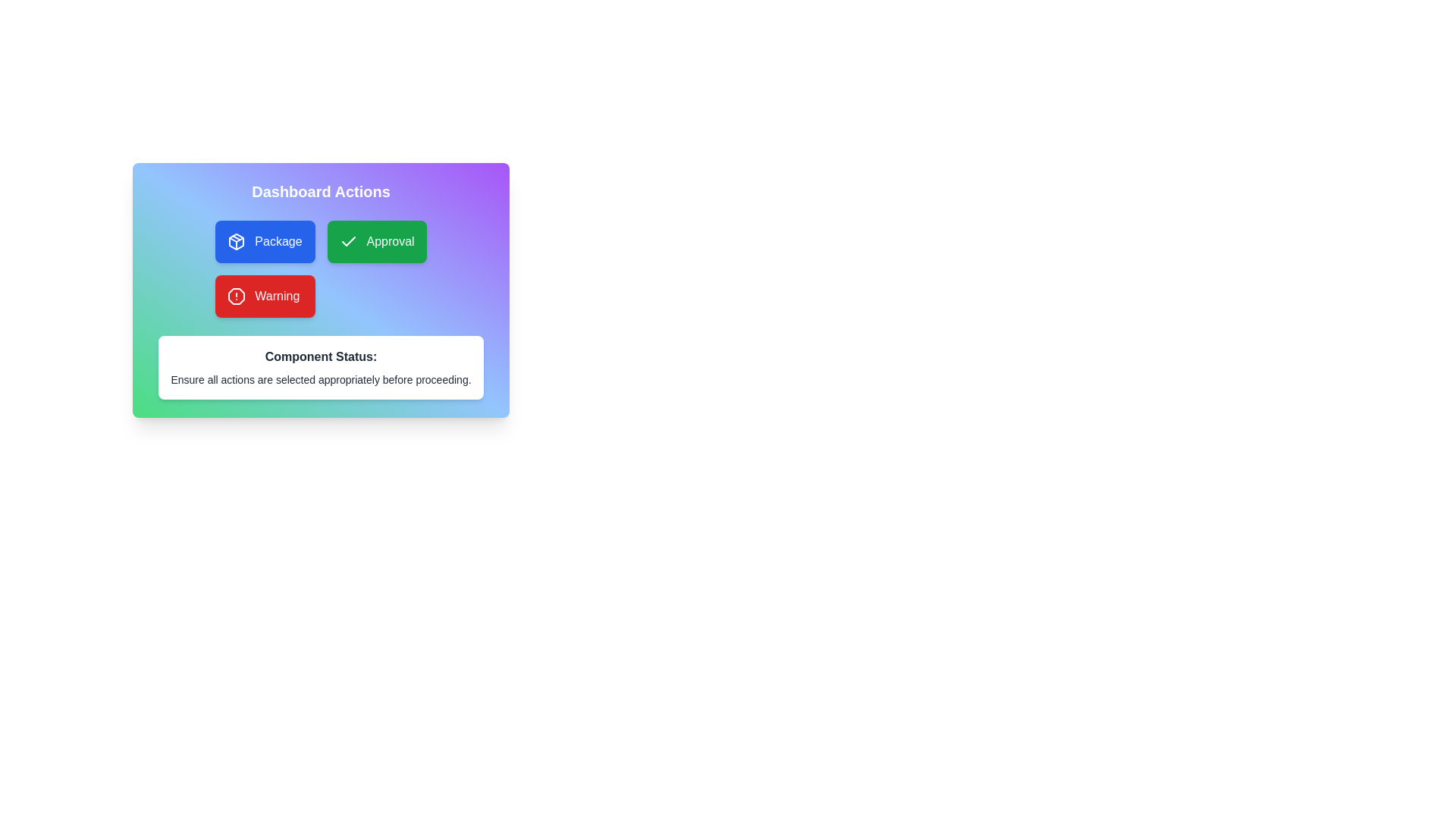 This screenshot has height=819, width=1456. Describe the element at coordinates (347, 241) in the screenshot. I see `the checkmark icon within the green 'Approval' button located in the 'Dashboard Actions' section` at that location.